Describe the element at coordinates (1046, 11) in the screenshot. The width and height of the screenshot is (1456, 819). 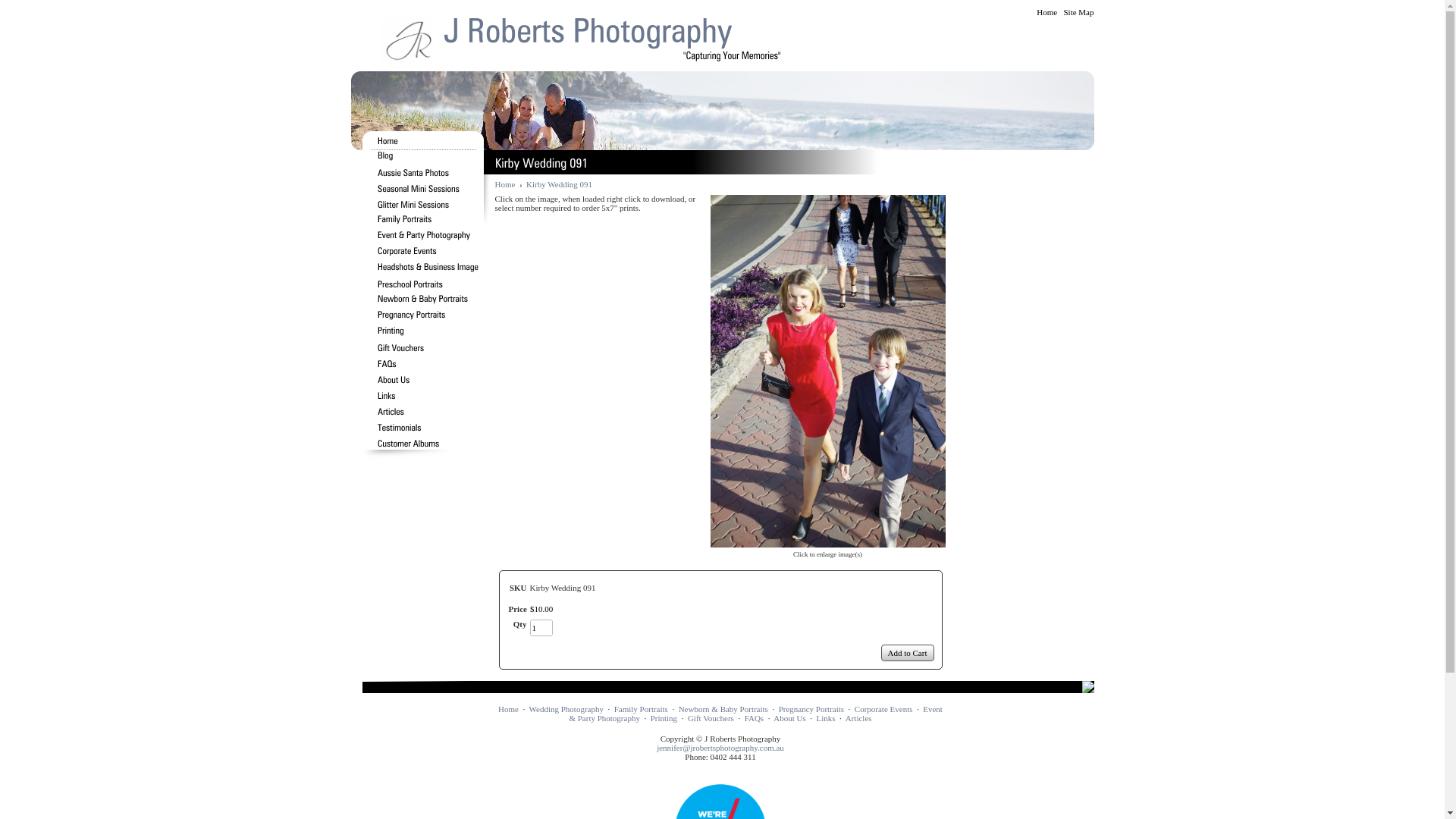
I see `'Home'` at that location.